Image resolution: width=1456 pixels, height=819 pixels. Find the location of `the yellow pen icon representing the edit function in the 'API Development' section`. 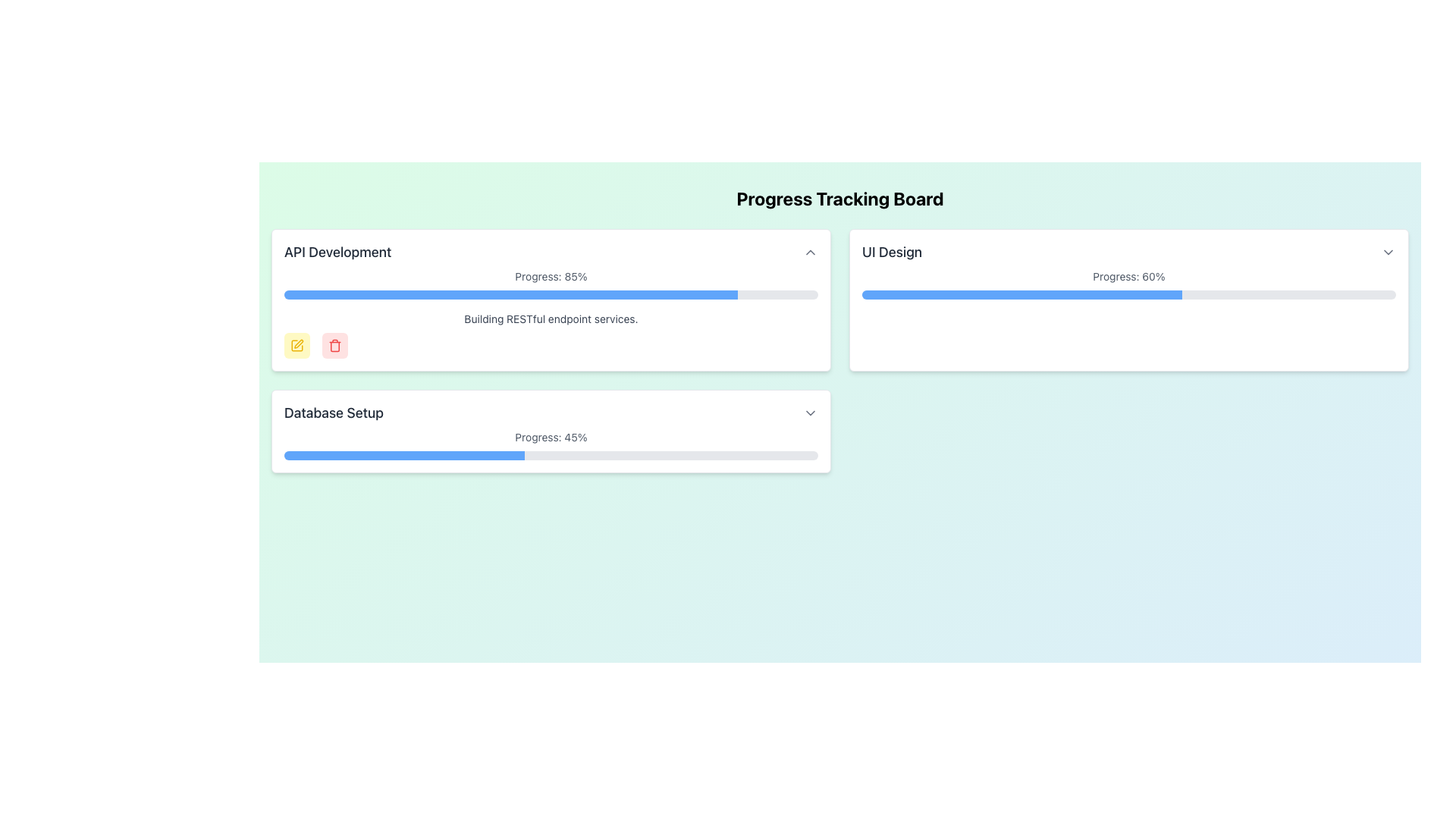

the yellow pen icon representing the edit function in the 'API Development' section is located at coordinates (298, 343).